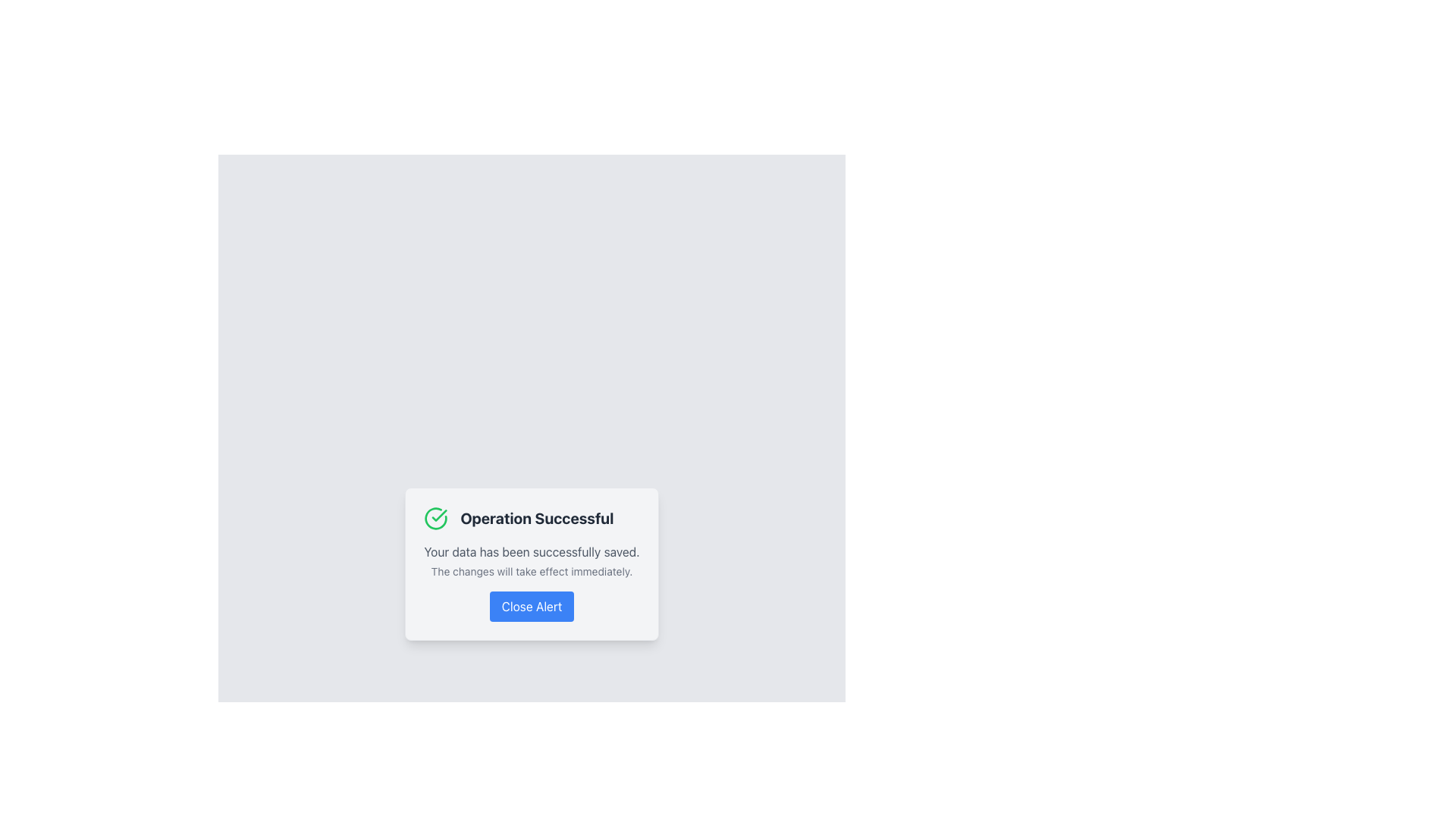  I want to click on the circular green checkmark icon located within the alert message component, positioned to the left of the 'Operation Successful' text headline, so click(435, 517).